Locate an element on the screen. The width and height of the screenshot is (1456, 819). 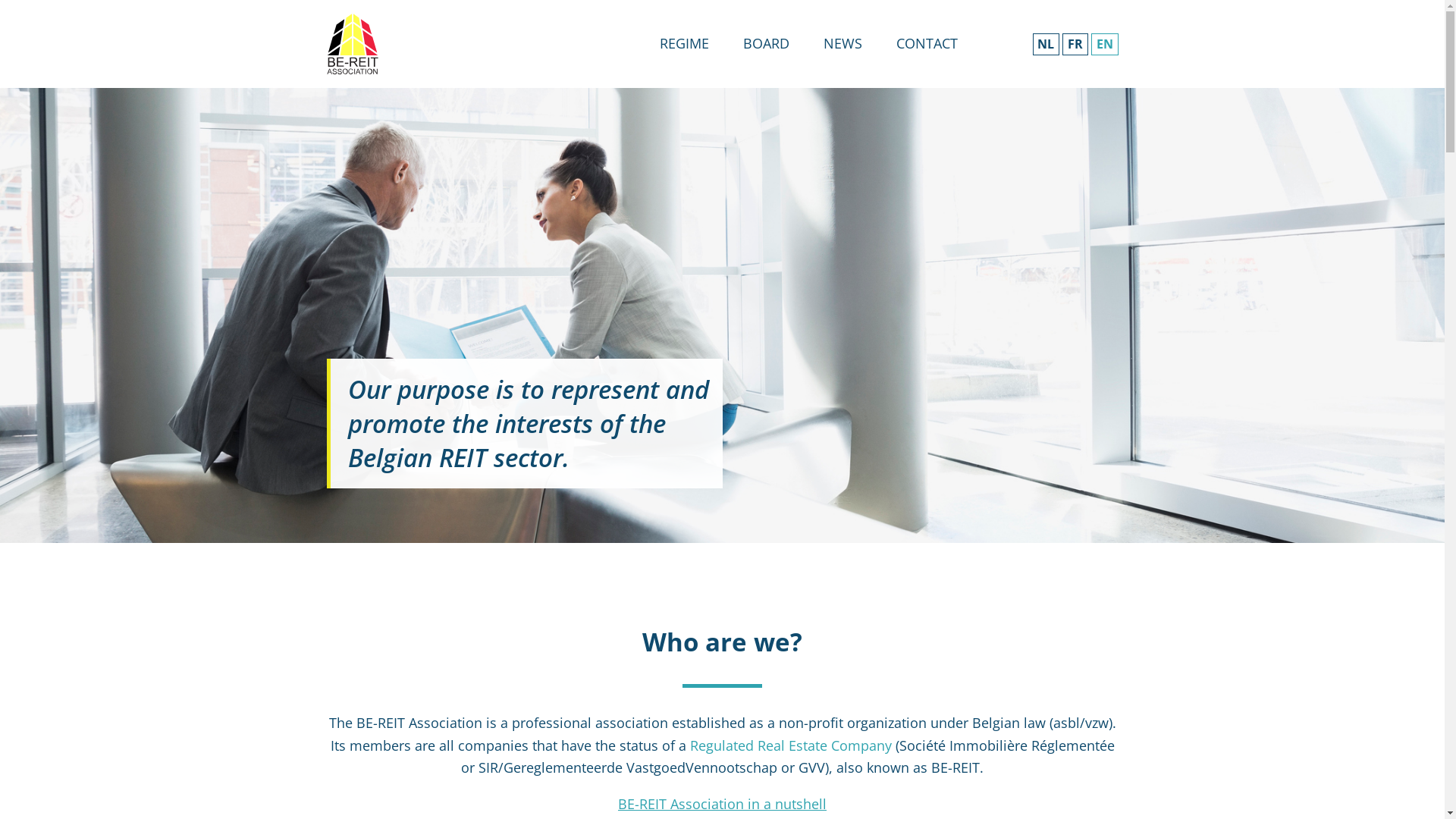
'REGIME' is located at coordinates (683, 42).